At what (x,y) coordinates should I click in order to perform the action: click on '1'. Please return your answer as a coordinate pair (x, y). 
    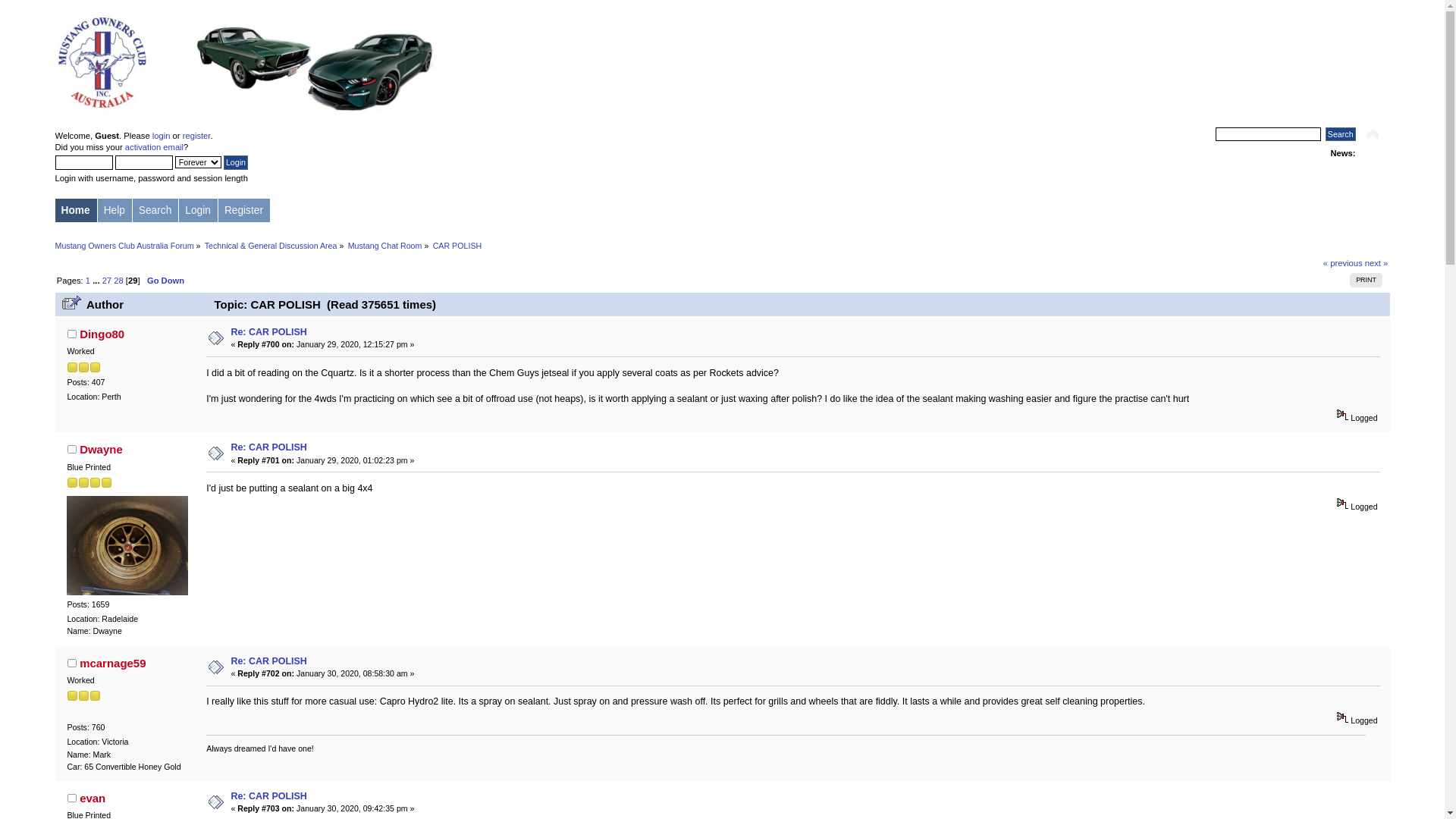
    Looking at the image, I should click on (86, 281).